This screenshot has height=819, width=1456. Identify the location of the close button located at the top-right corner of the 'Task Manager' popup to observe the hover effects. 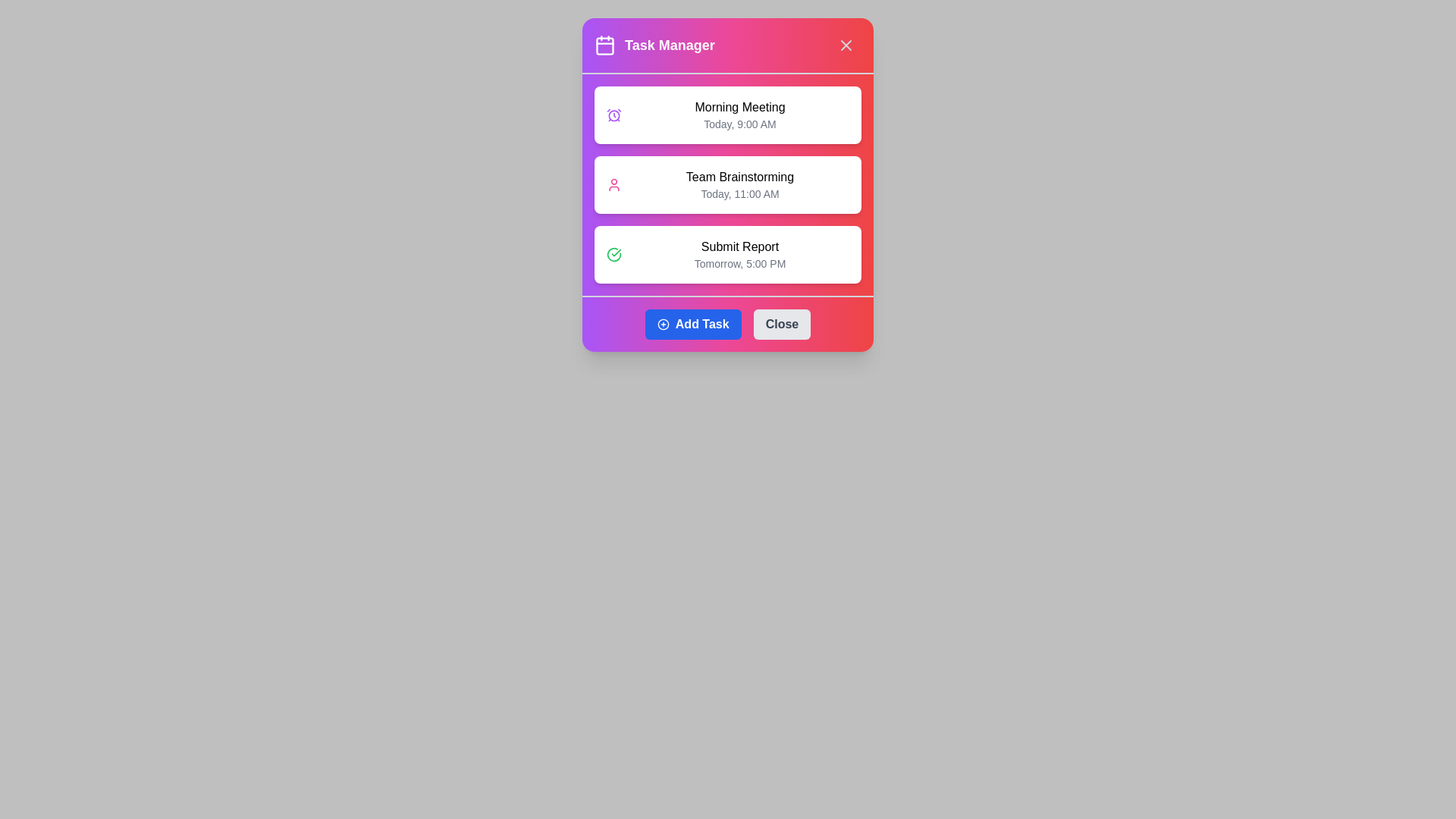
(846, 45).